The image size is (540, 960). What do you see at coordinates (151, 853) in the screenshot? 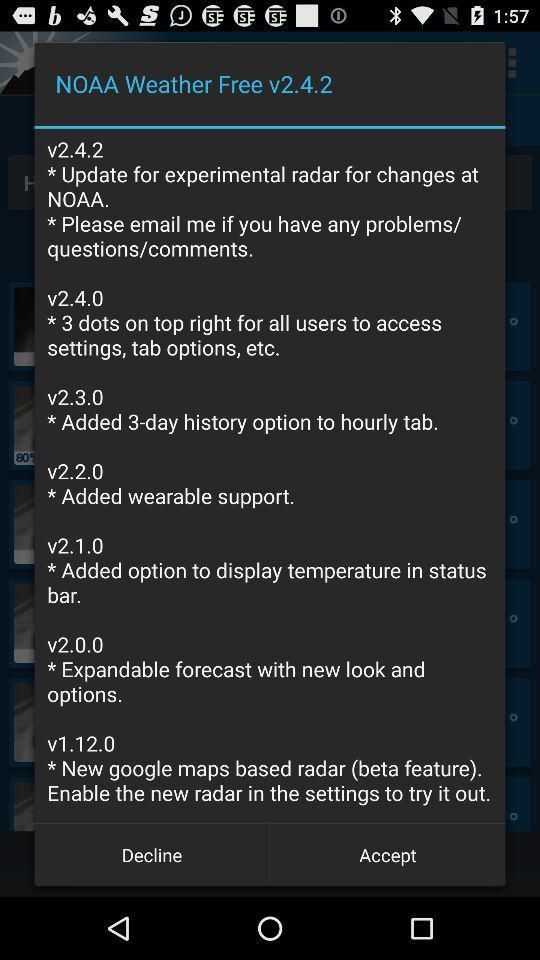
I see `button next to accept button` at bounding box center [151, 853].